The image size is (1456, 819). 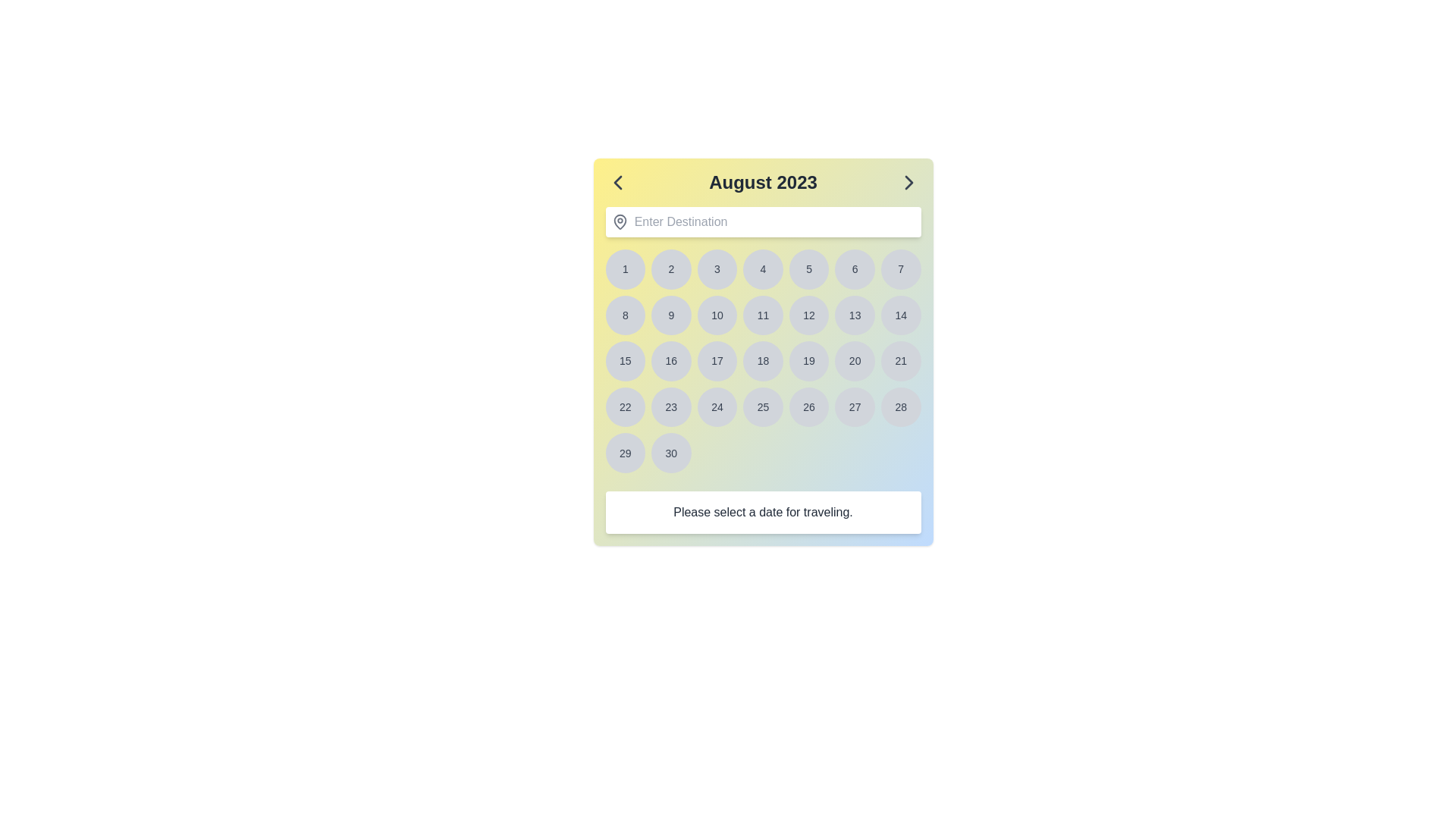 I want to click on the selection button representing the '7th' day in the calendar grid located in the first row, seventh column, so click(x=901, y=268).